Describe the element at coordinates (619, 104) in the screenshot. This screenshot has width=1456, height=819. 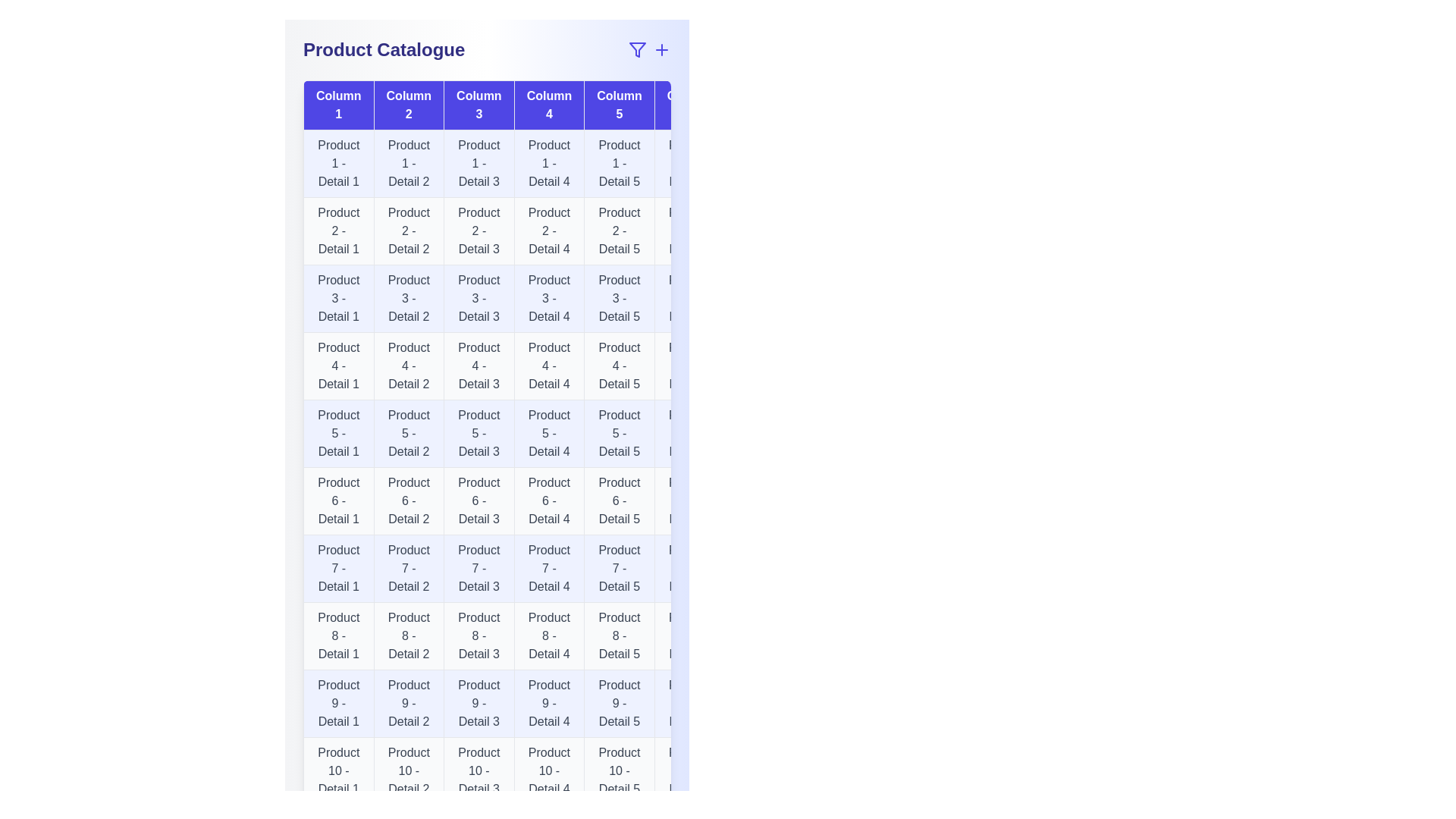
I see `the header of column Column 5 to sort the table by that column` at that location.